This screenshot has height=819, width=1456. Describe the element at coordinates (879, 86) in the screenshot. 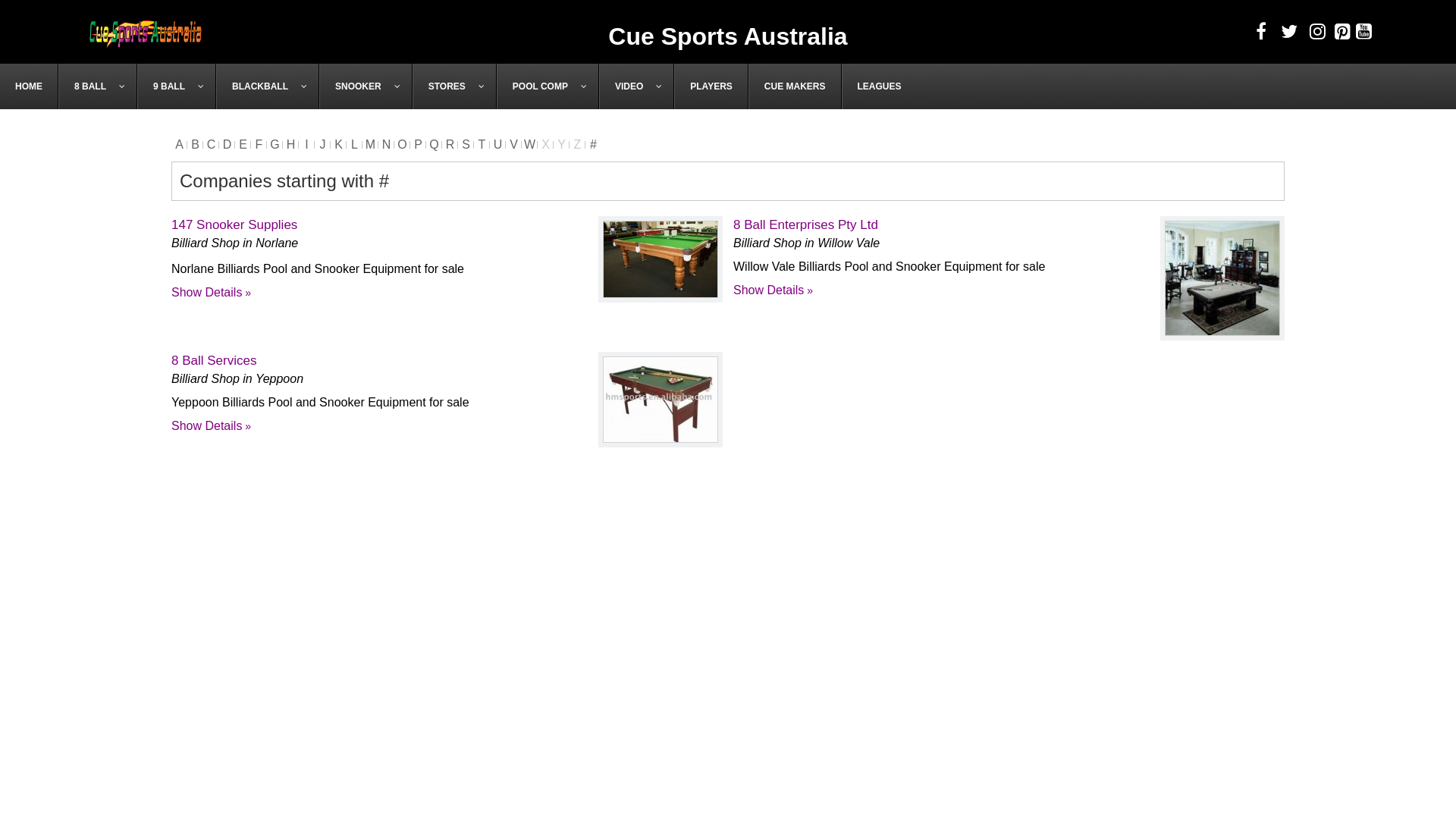

I see `'LEAGUES'` at that location.